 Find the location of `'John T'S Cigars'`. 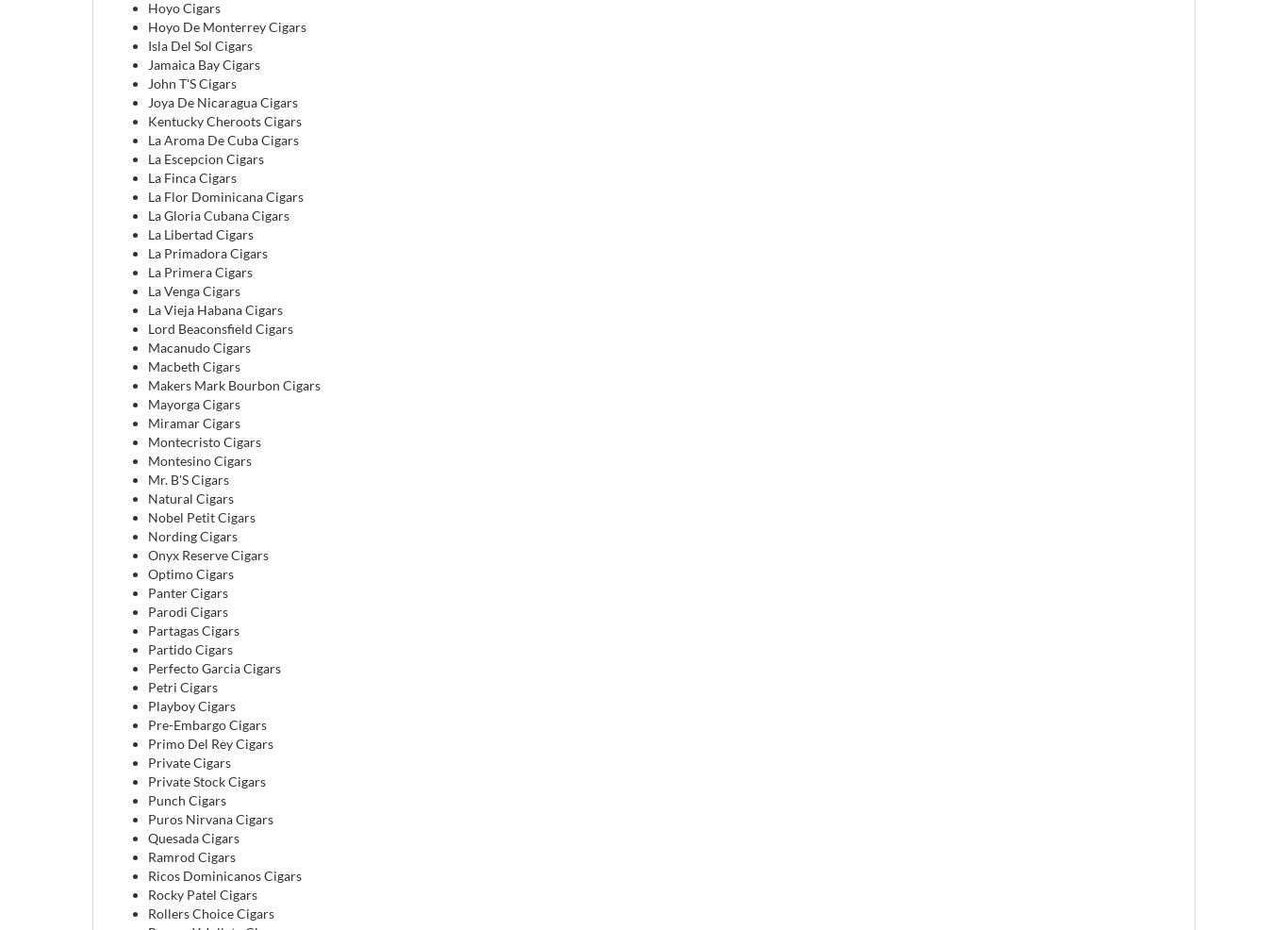

'John T'S Cigars' is located at coordinates (190, 82).